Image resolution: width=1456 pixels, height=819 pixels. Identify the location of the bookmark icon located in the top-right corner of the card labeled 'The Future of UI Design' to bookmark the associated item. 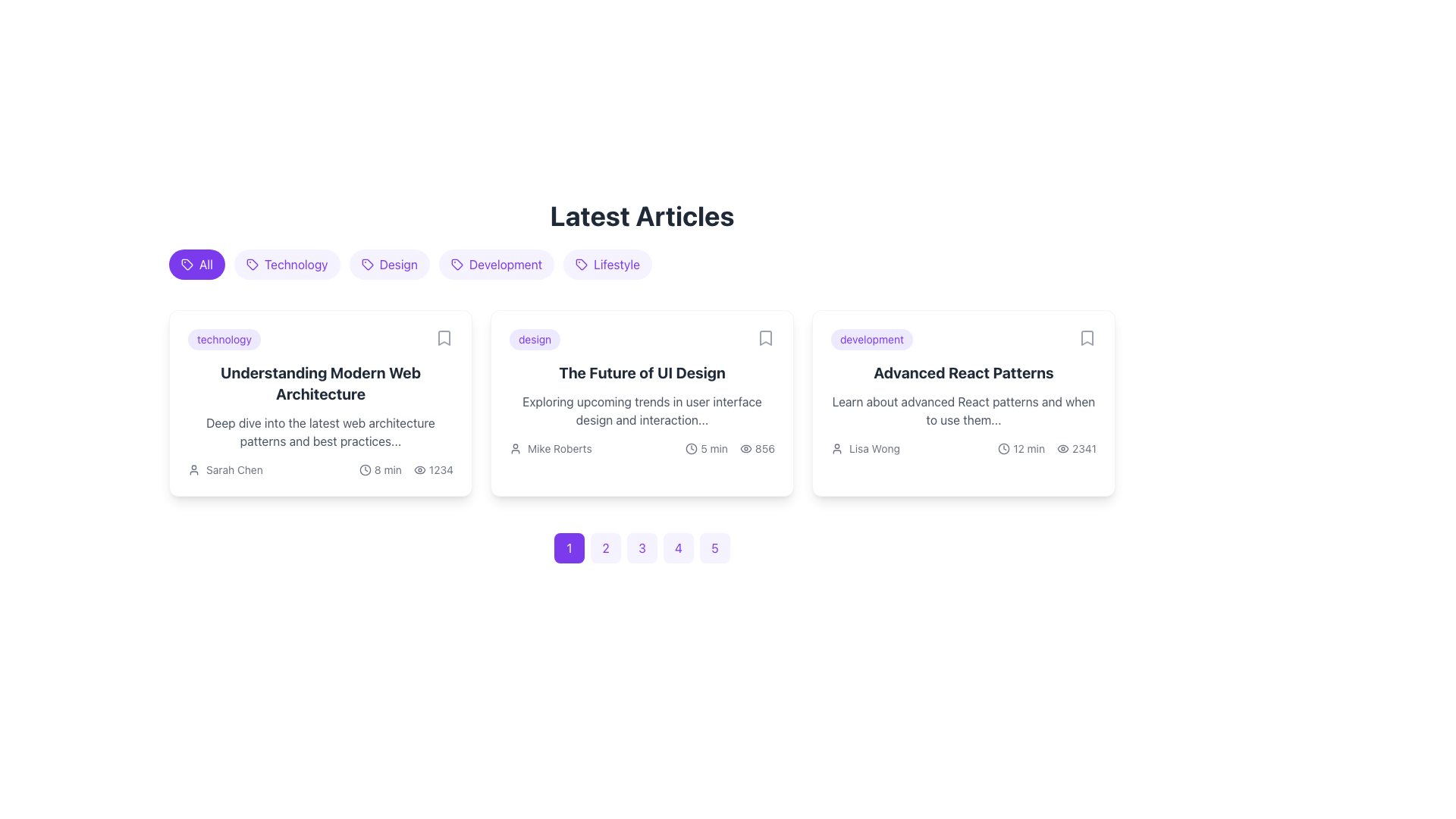
(765, 337).